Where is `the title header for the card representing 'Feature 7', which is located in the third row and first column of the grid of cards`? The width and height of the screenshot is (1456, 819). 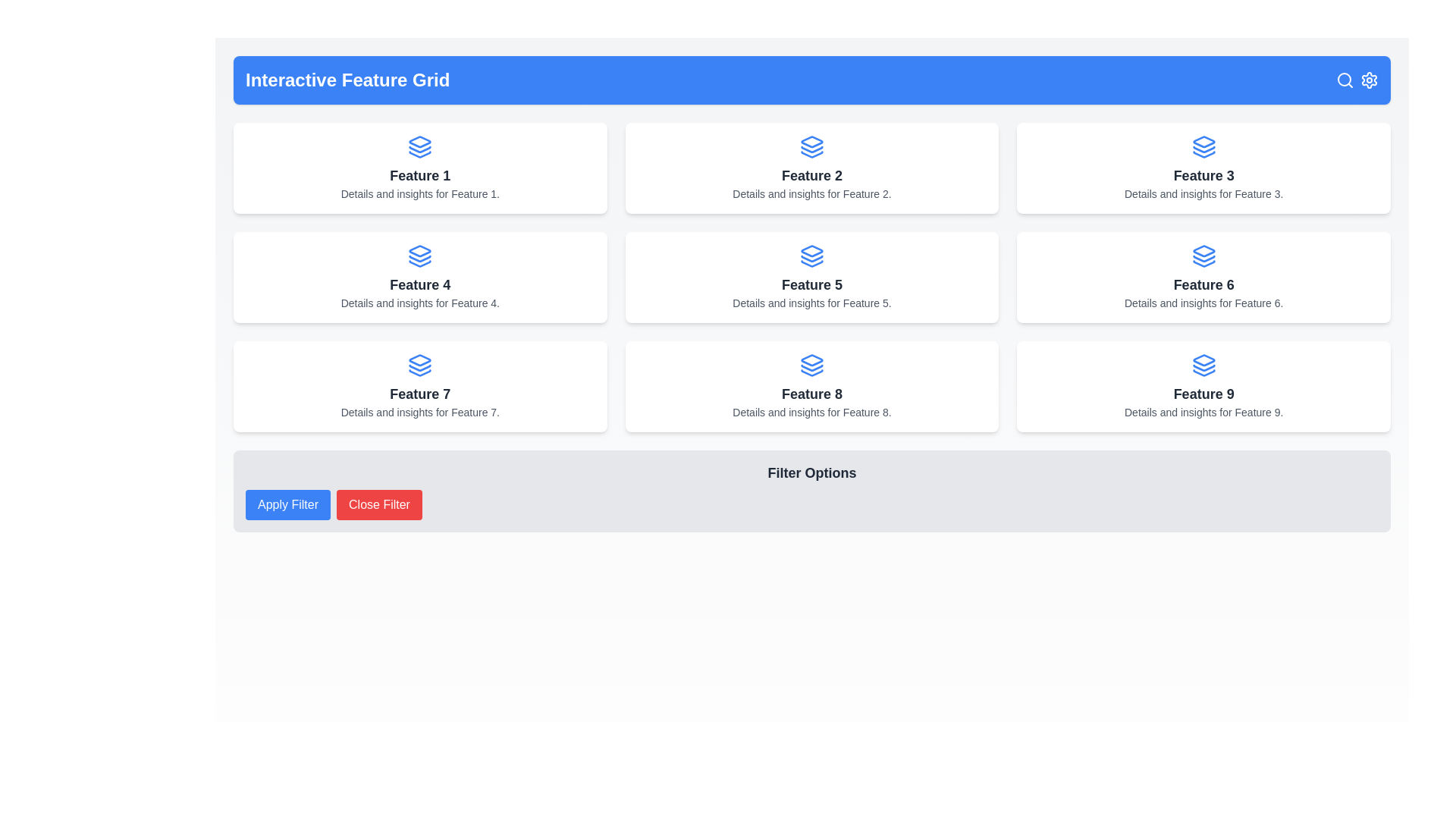 the title header for the card representing 'Feature 7', which is located in the third row and first column of the grid of cards is located at coordinates (420, 394).